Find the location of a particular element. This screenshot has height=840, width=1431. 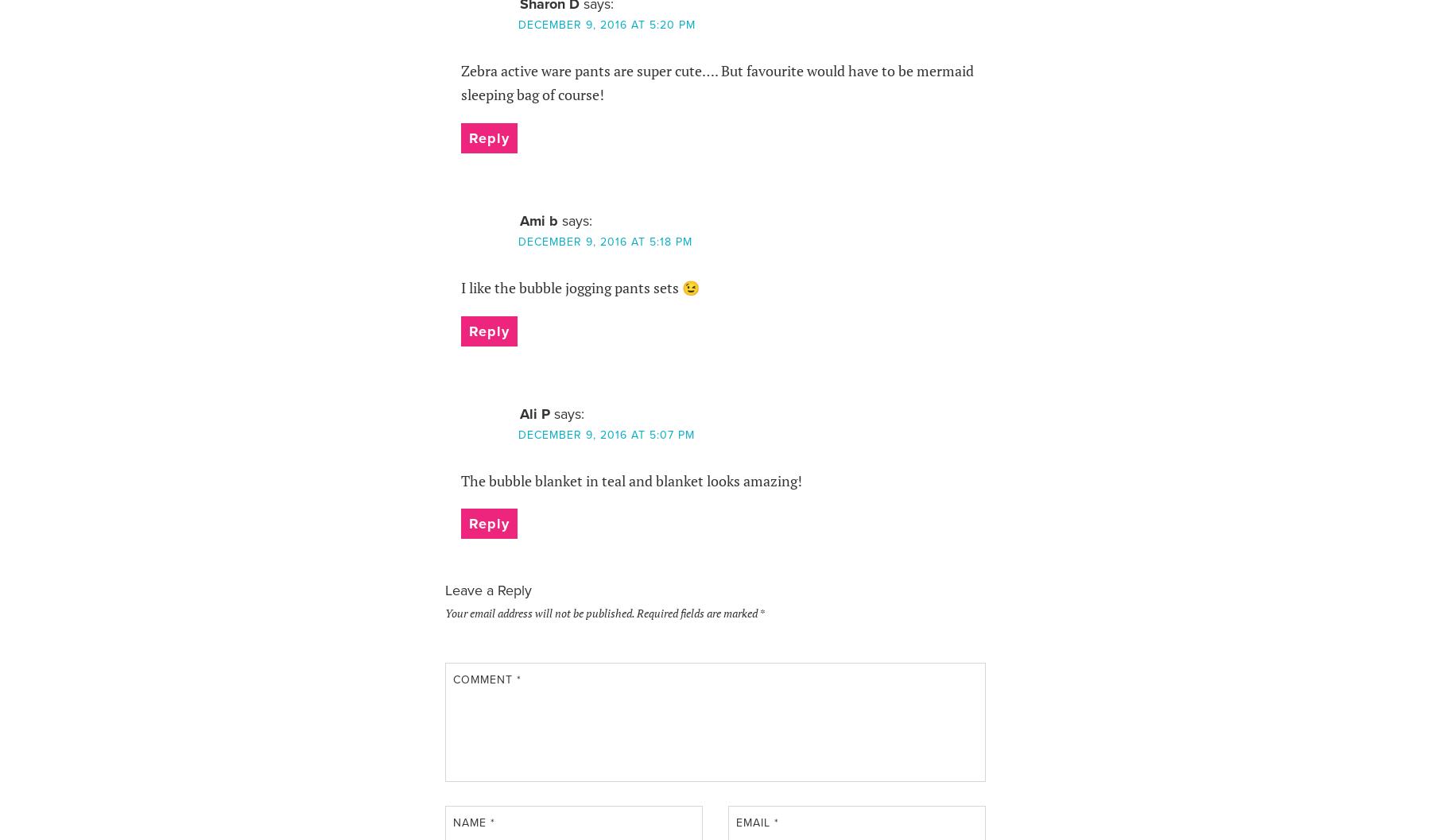

'Leave a Reply' is located at coordinates (487, 589).